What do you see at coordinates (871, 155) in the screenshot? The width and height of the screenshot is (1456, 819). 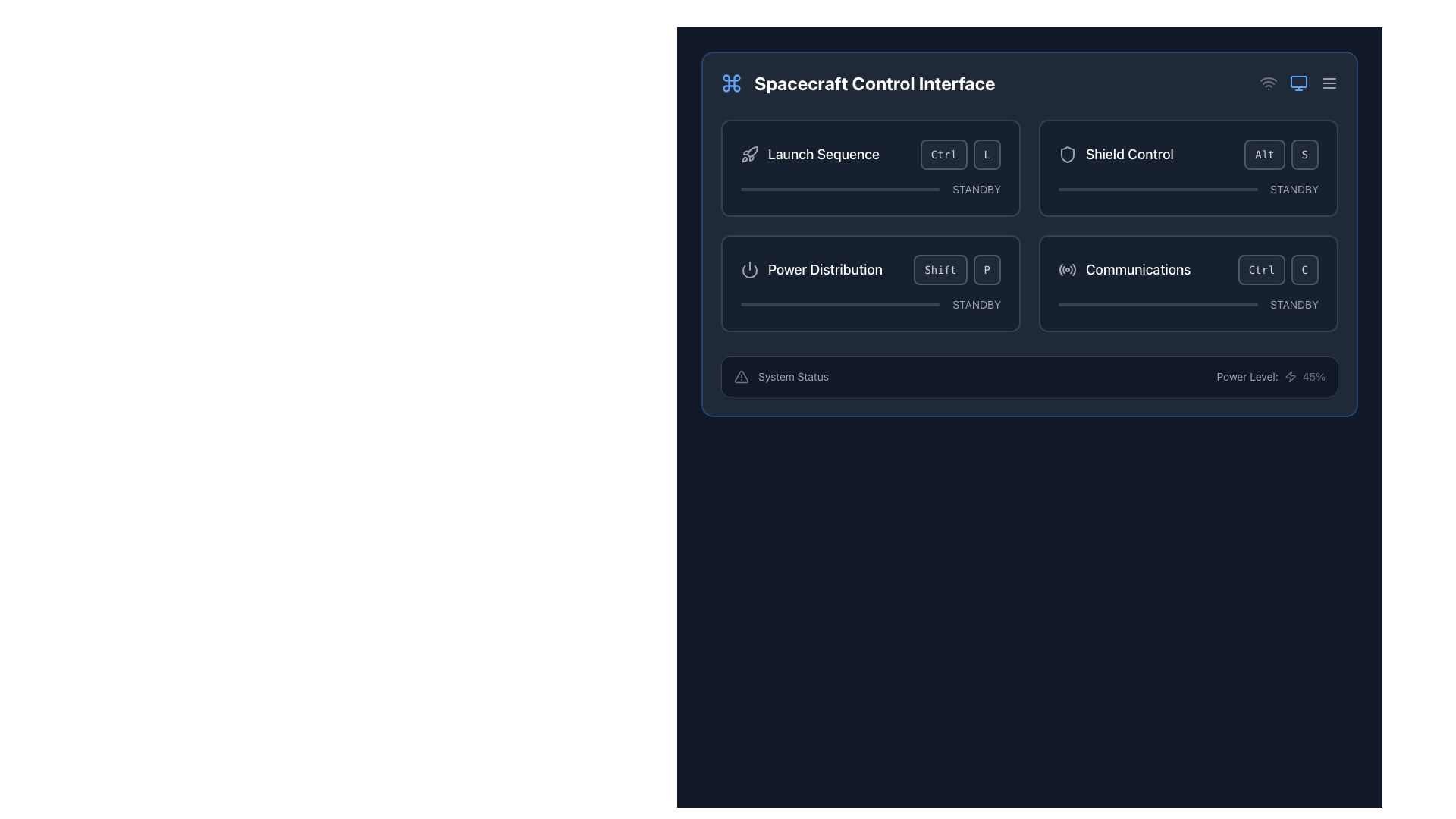 I see `the Interactive visual label for 'Launch Sequence' located in the top left of the grid layout` at bounding box center [871, 155].